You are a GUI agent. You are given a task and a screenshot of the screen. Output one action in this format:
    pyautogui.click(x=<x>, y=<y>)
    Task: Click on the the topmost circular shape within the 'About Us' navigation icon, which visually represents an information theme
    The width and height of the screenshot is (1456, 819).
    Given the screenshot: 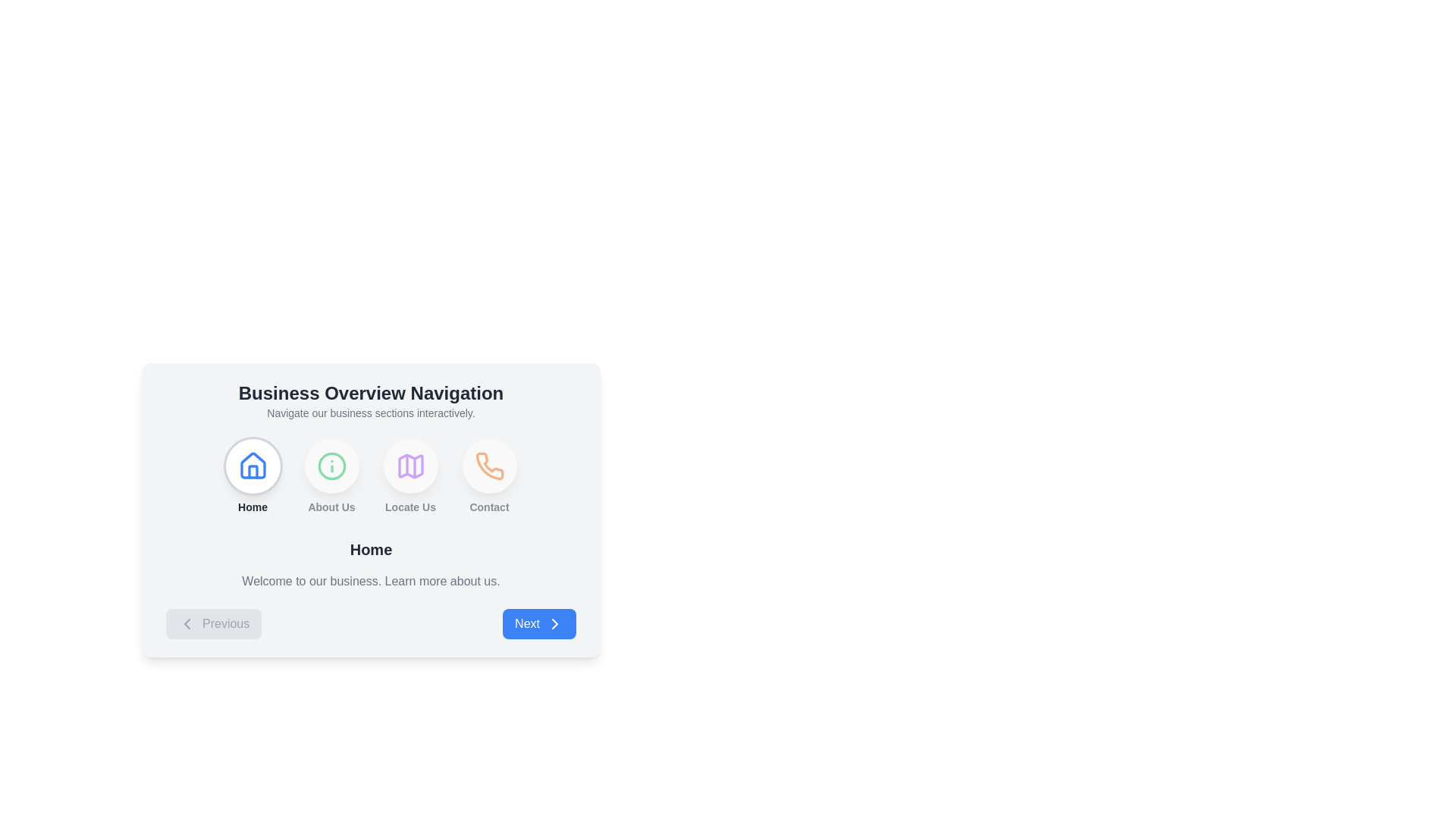 What is the action you would take?
    pyautogui.click(x=331, y=465)
    